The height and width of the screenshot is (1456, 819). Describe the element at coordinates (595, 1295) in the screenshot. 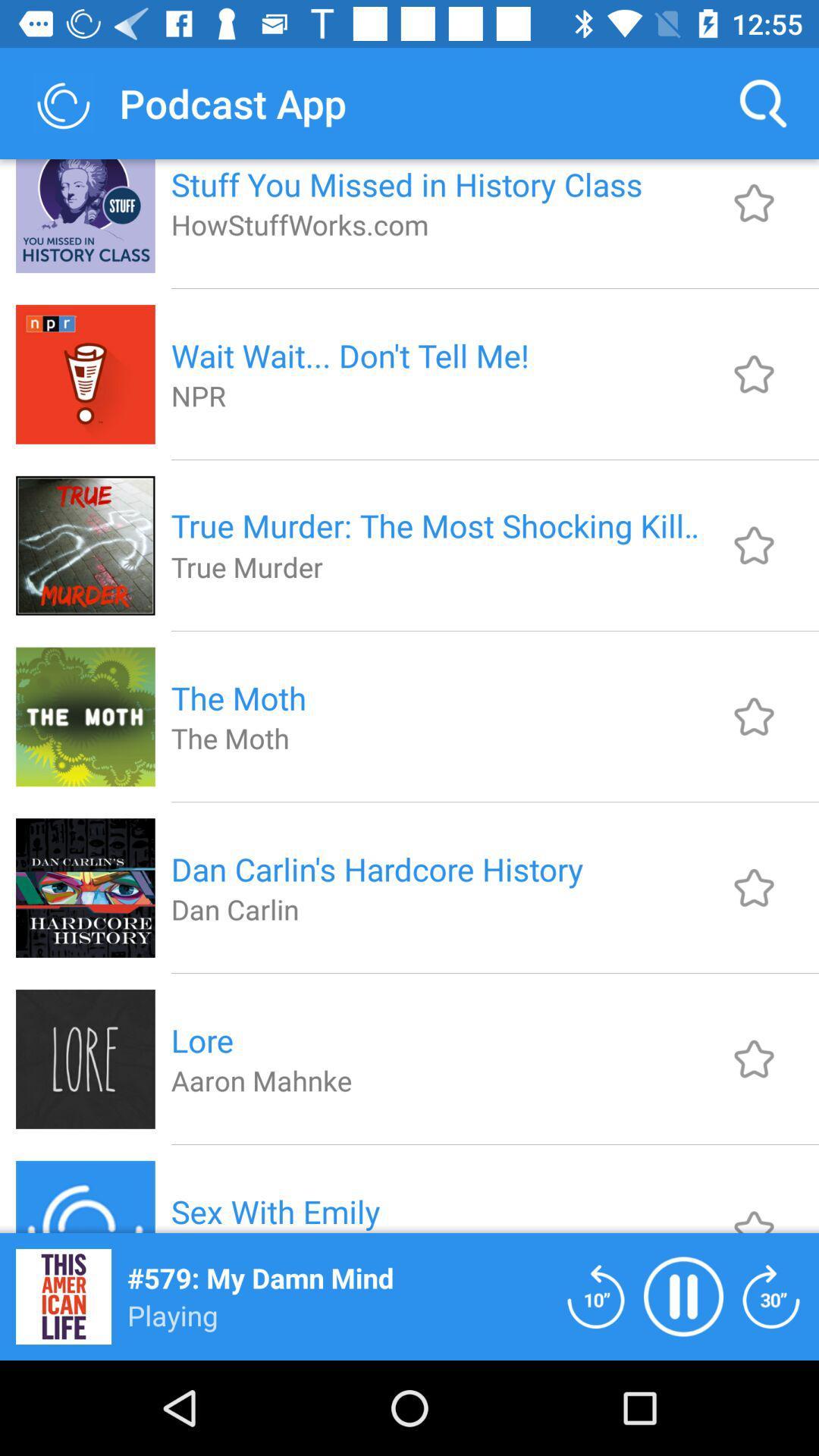

I see `the av_rewind icon` at that location.